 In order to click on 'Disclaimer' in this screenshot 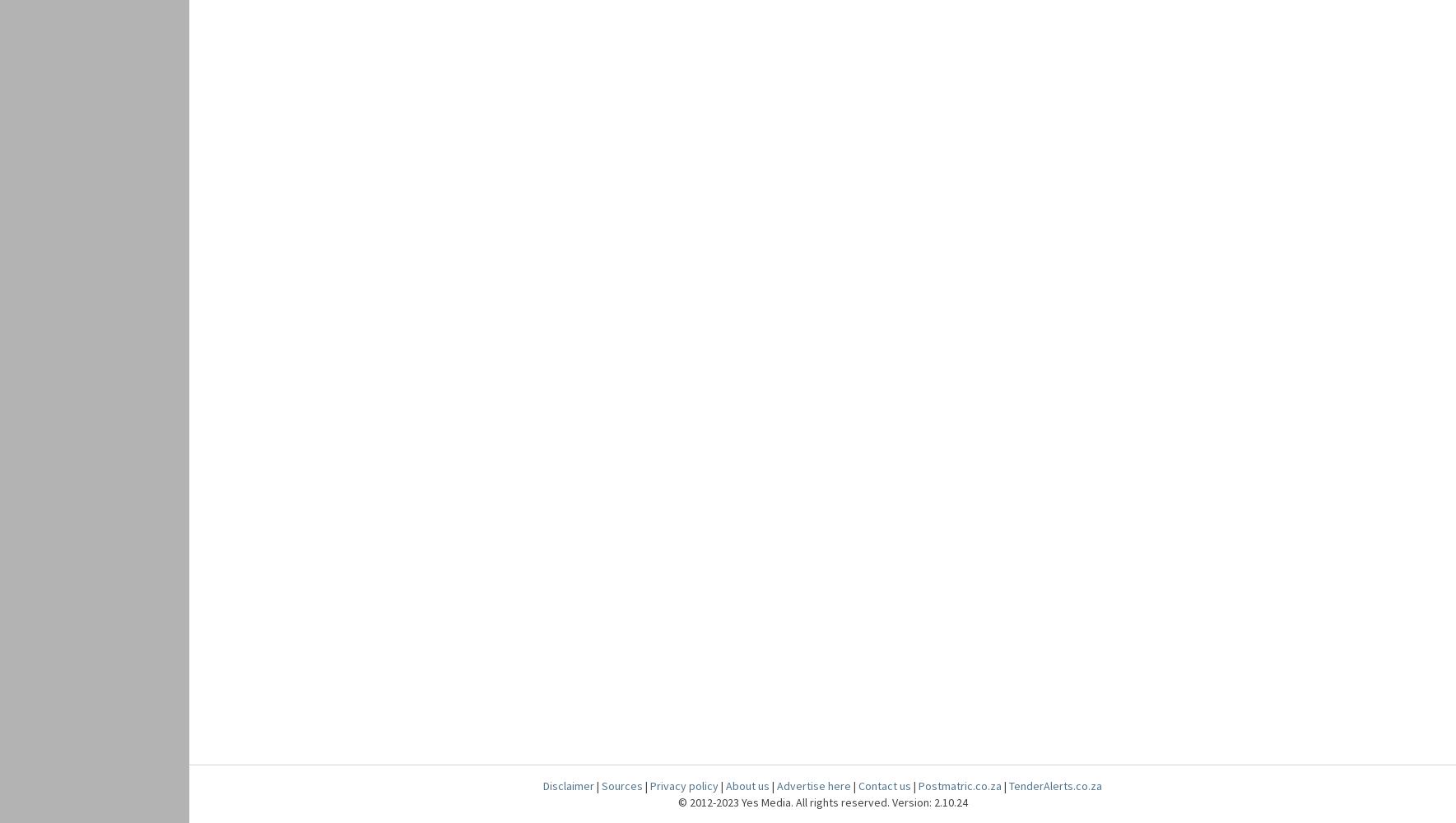, I will do `click(568, 785)`.